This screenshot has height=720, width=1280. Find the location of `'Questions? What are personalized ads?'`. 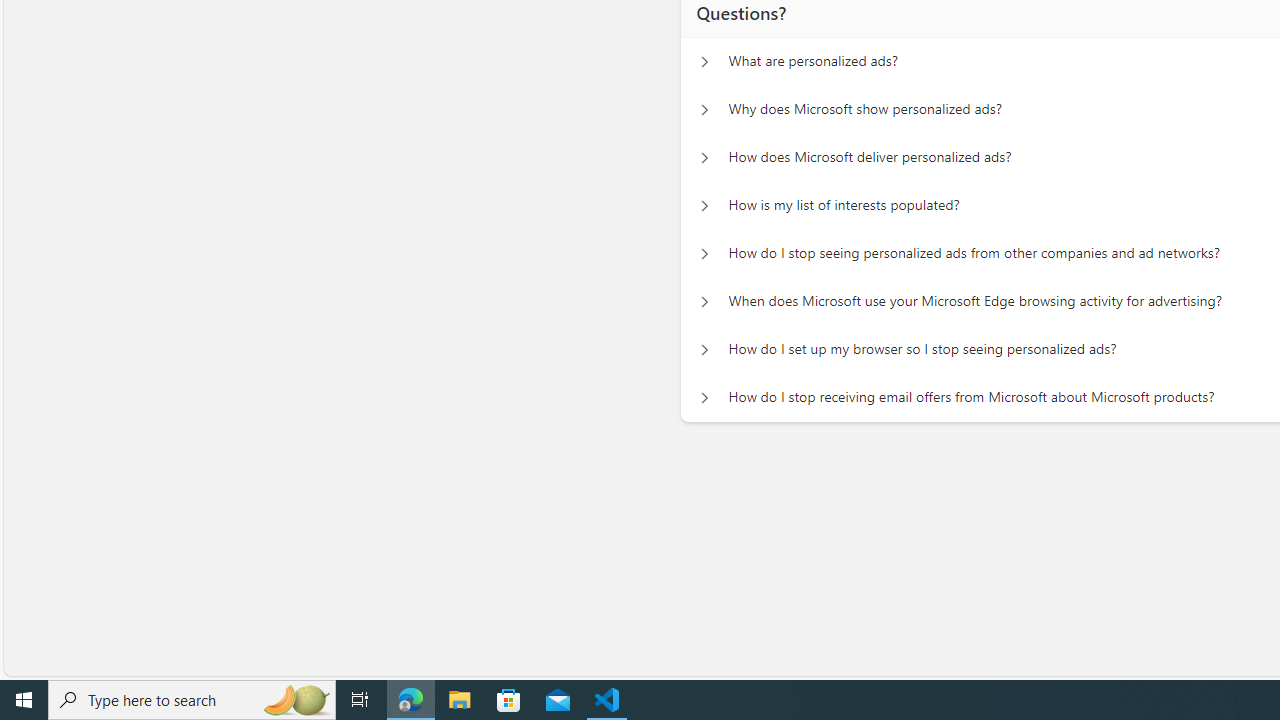

'Questions? What are personalized ads?' is located at coordinates (704, 61).